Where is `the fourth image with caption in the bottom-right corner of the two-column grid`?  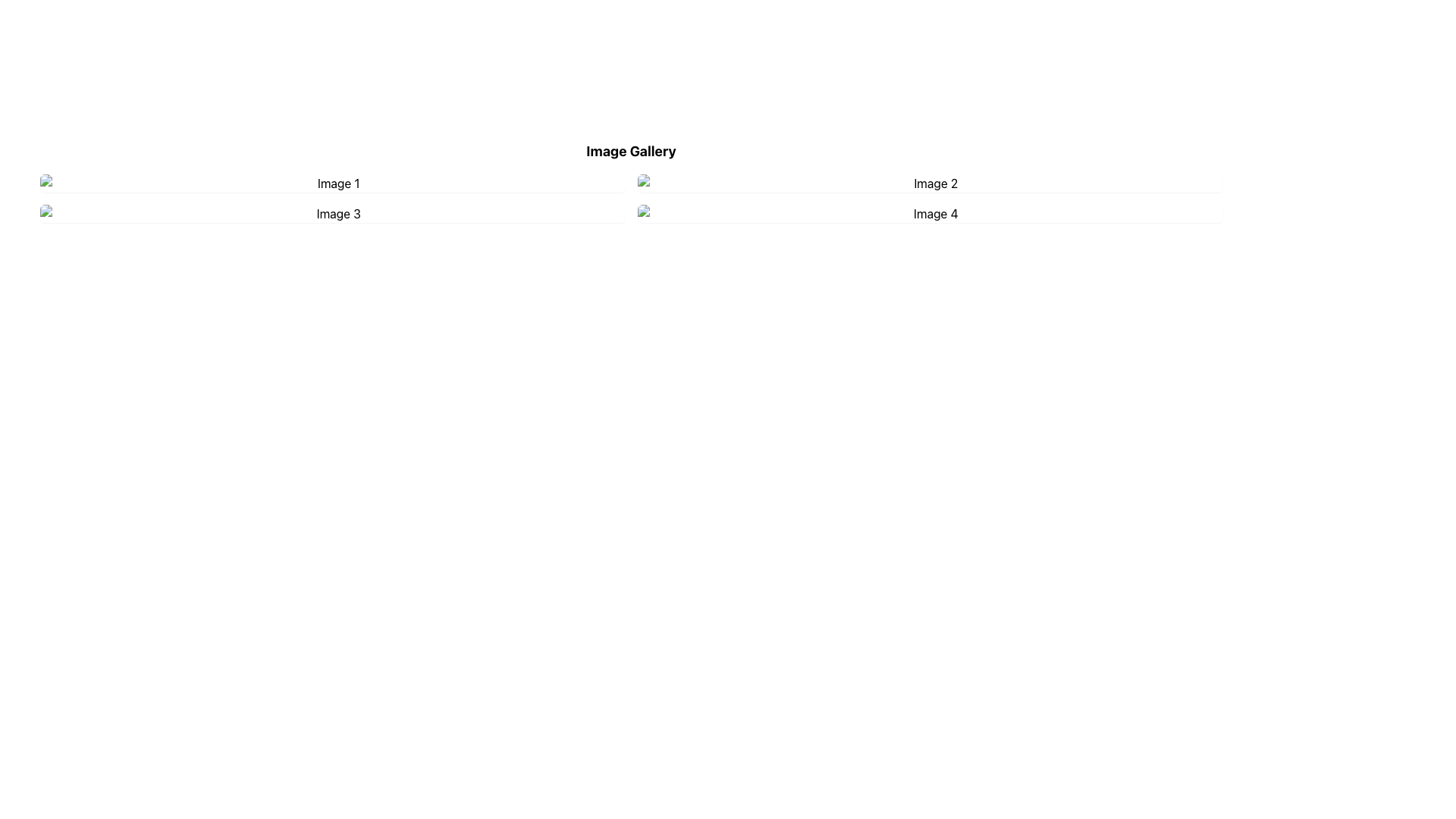 the fourth image with caption in the bottom-right corner of the two-column grid is located at coordinates (929, 213).